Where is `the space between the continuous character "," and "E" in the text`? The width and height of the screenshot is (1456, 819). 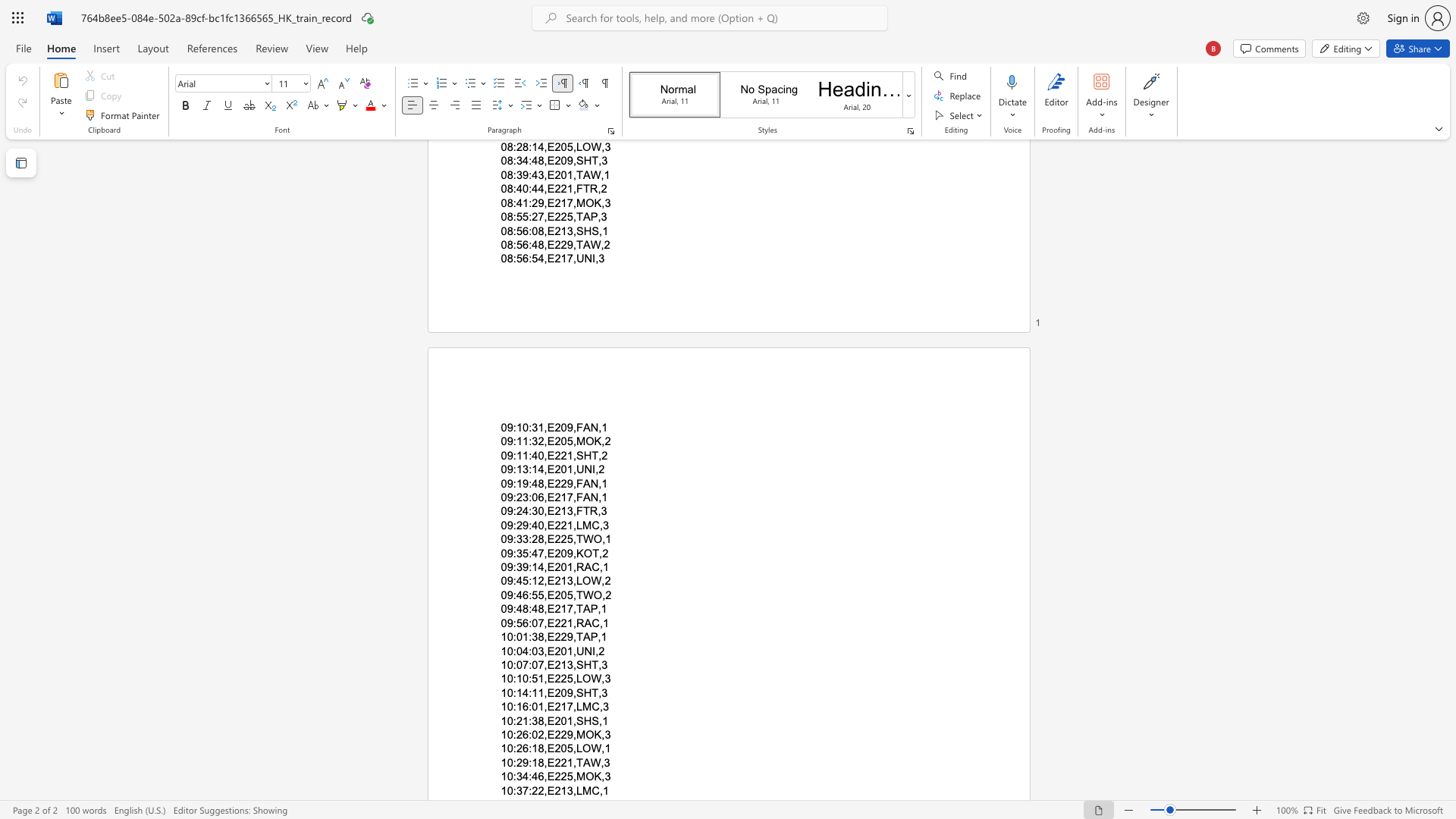
the space between the continuous character "," and "E" in the text is located at coordinates (548, 650).